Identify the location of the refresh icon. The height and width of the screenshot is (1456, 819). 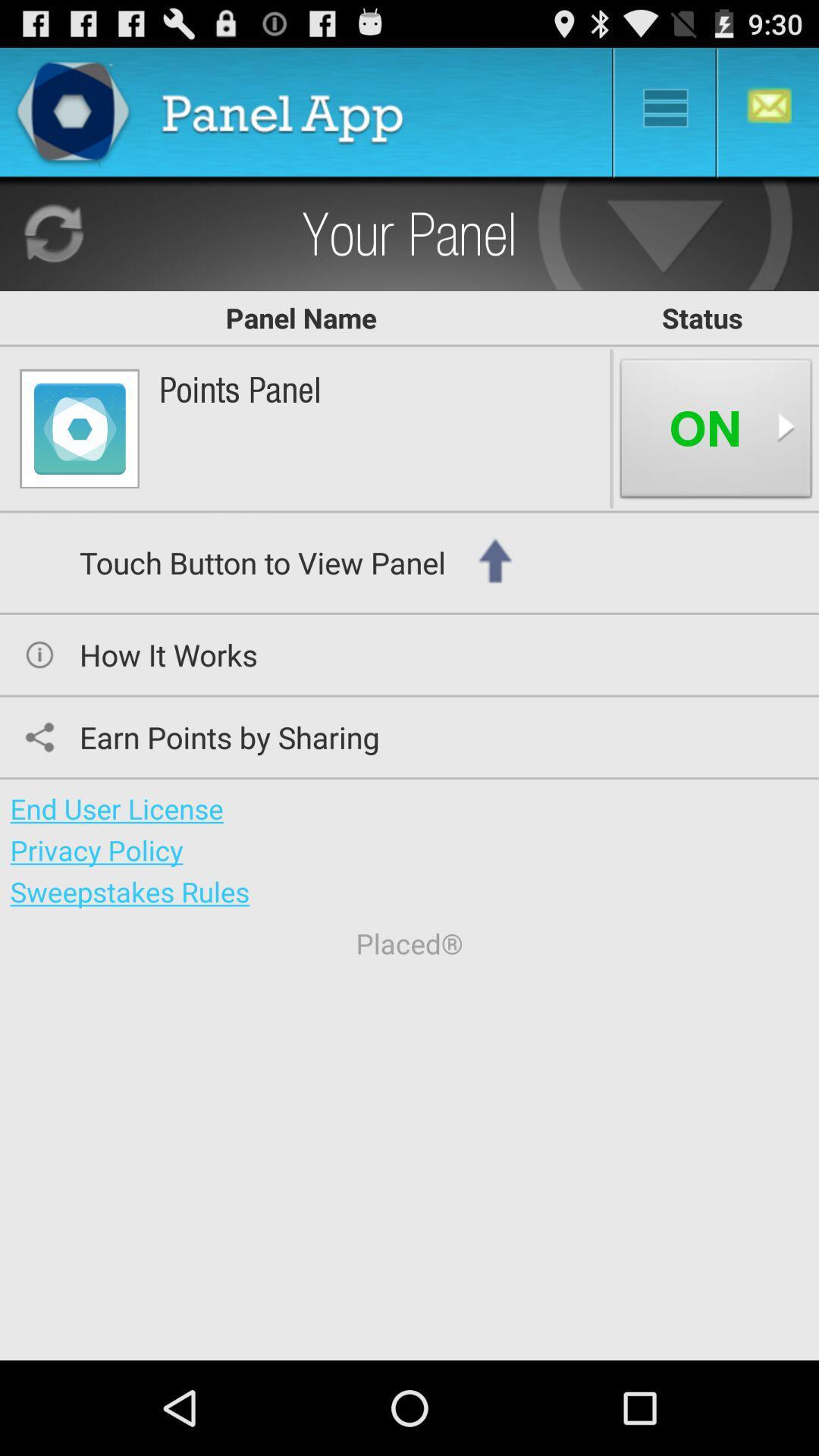
(55, 249).